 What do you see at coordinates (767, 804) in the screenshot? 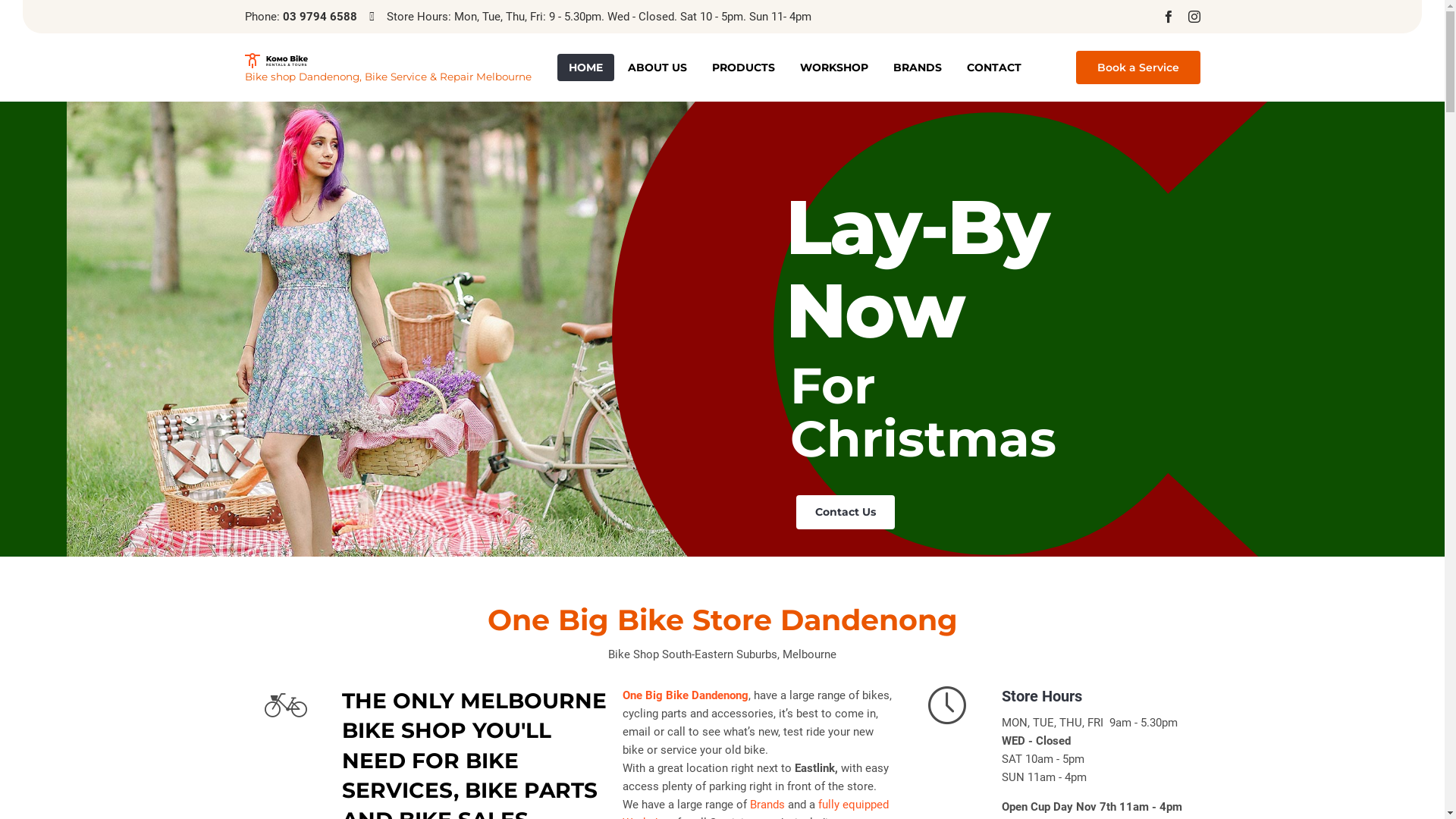
I see `'Brands'` at bounding box center [767, 804].